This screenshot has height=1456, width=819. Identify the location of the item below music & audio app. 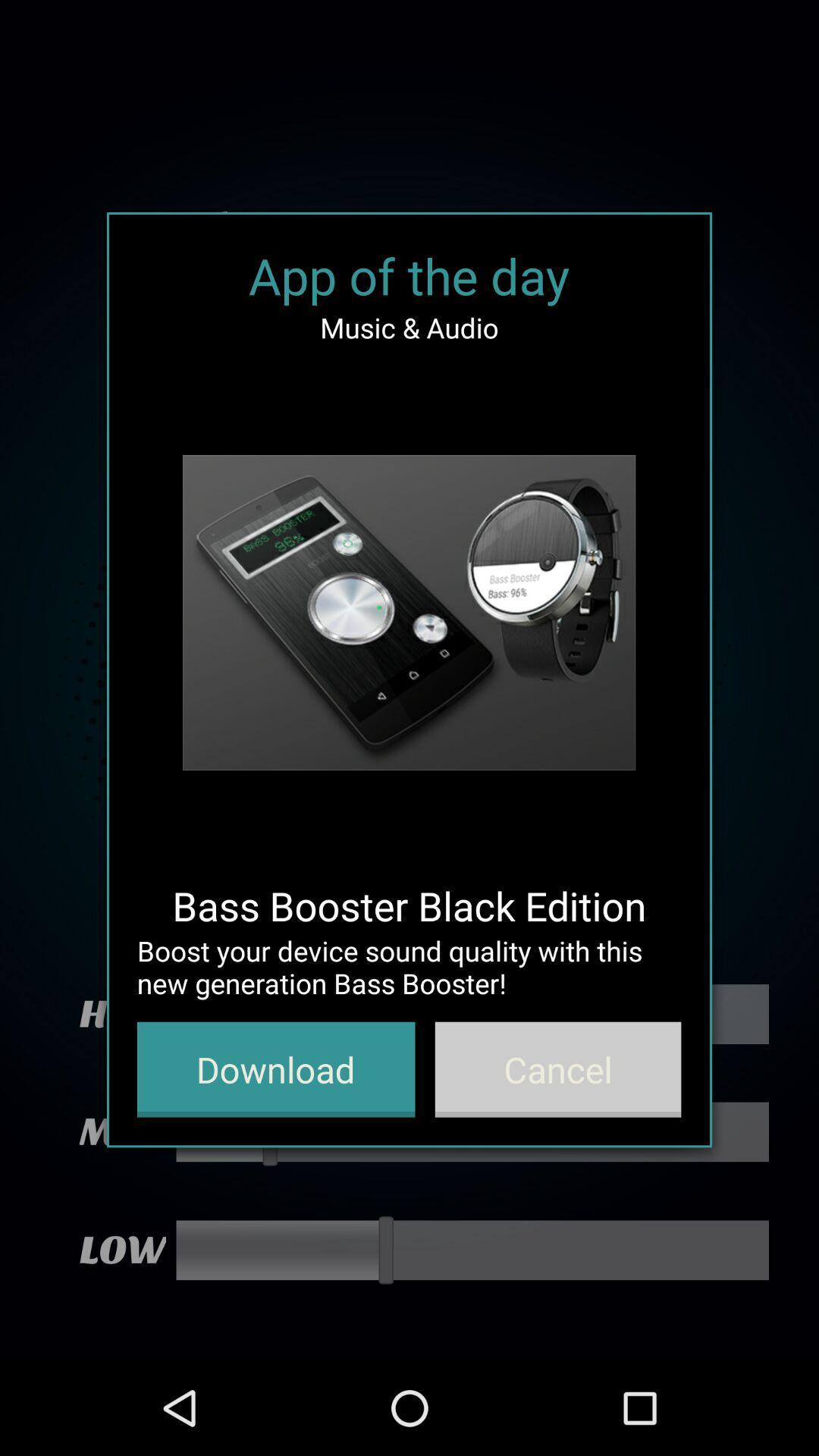
(408, 613).